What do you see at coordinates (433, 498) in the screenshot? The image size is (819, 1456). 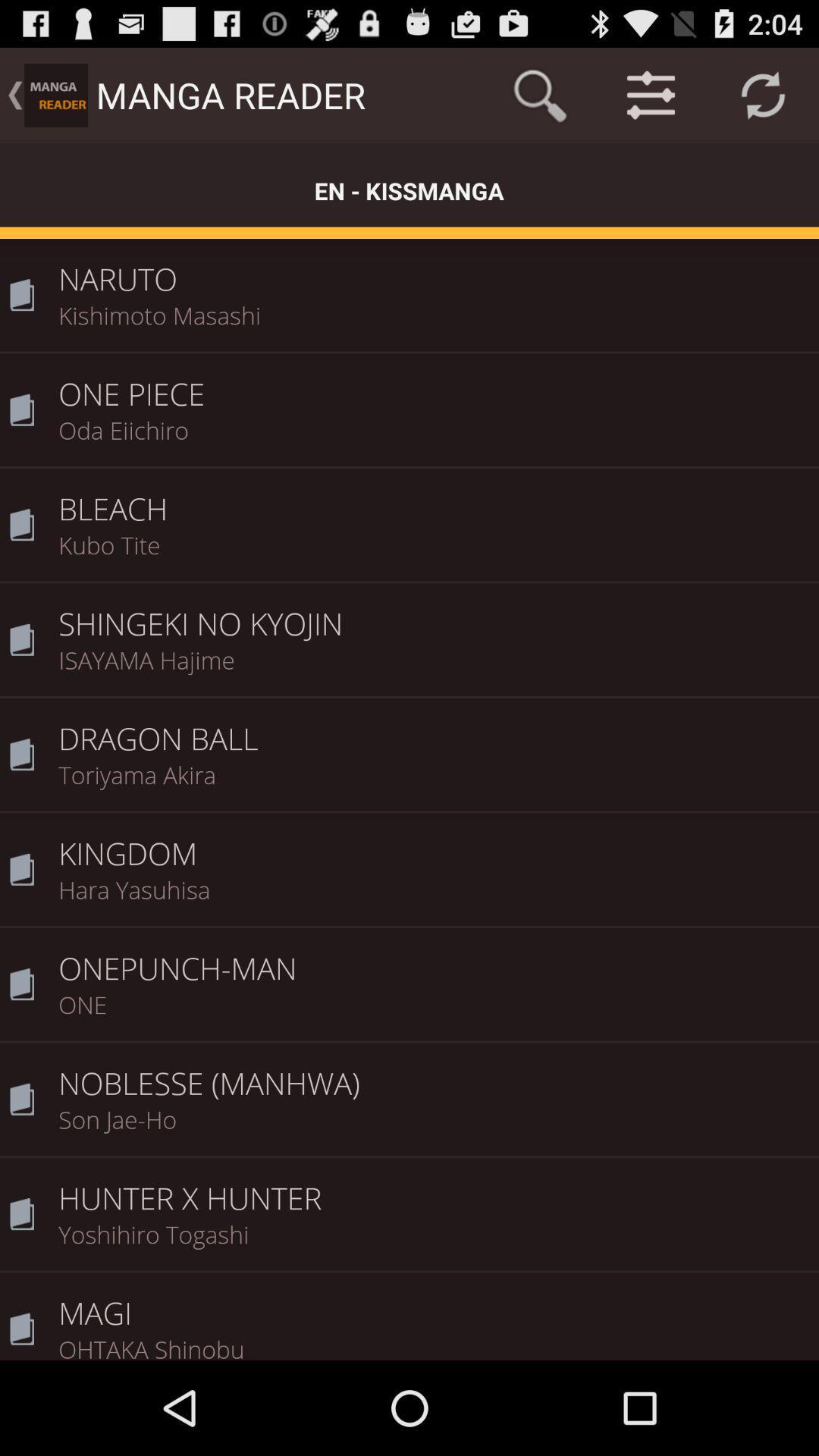 I see `the icon below oda eiichiro icon` at bounding box center [433, 498].